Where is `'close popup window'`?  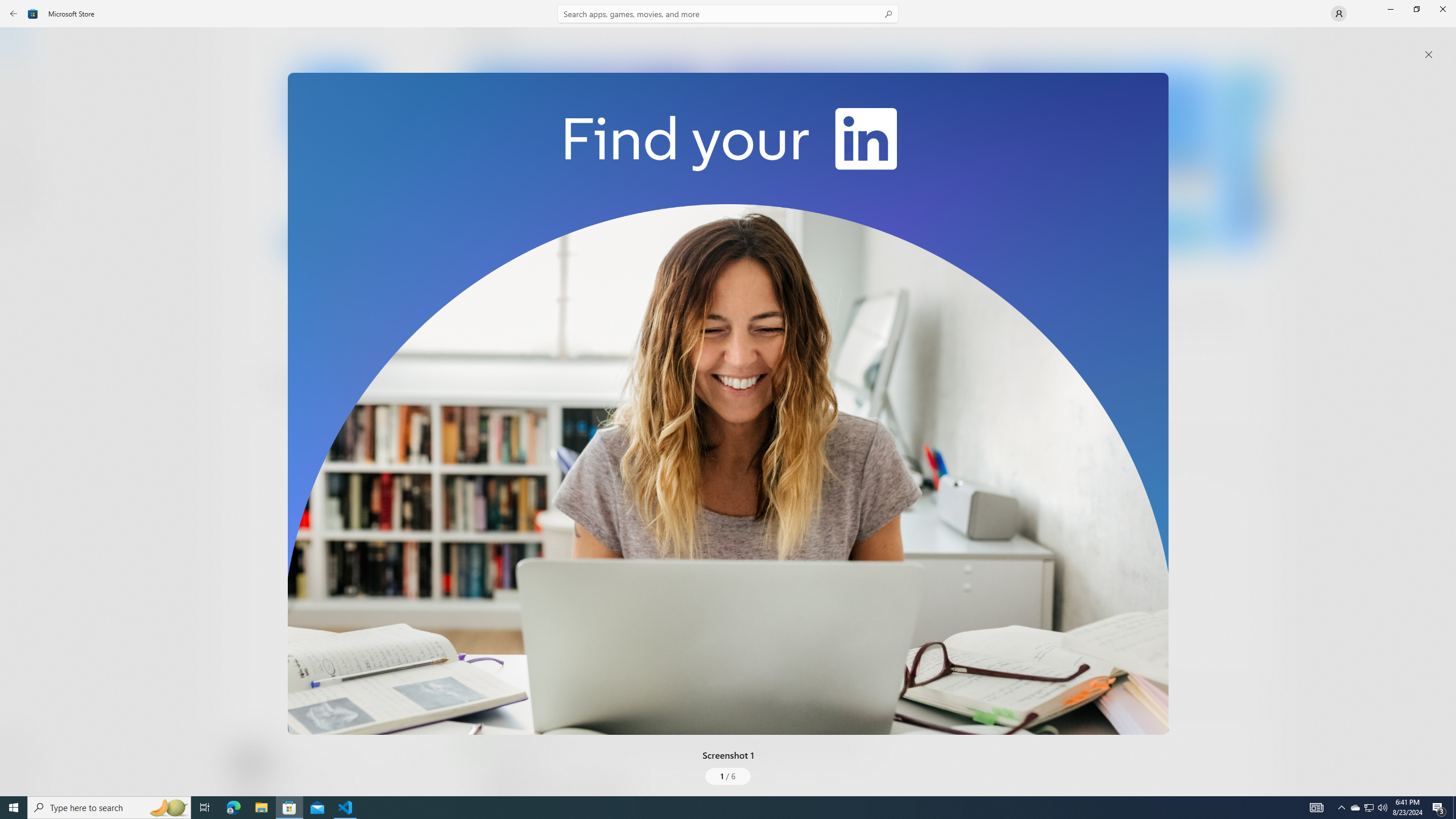 'close popup window' is located at coordinates (1428, 54).